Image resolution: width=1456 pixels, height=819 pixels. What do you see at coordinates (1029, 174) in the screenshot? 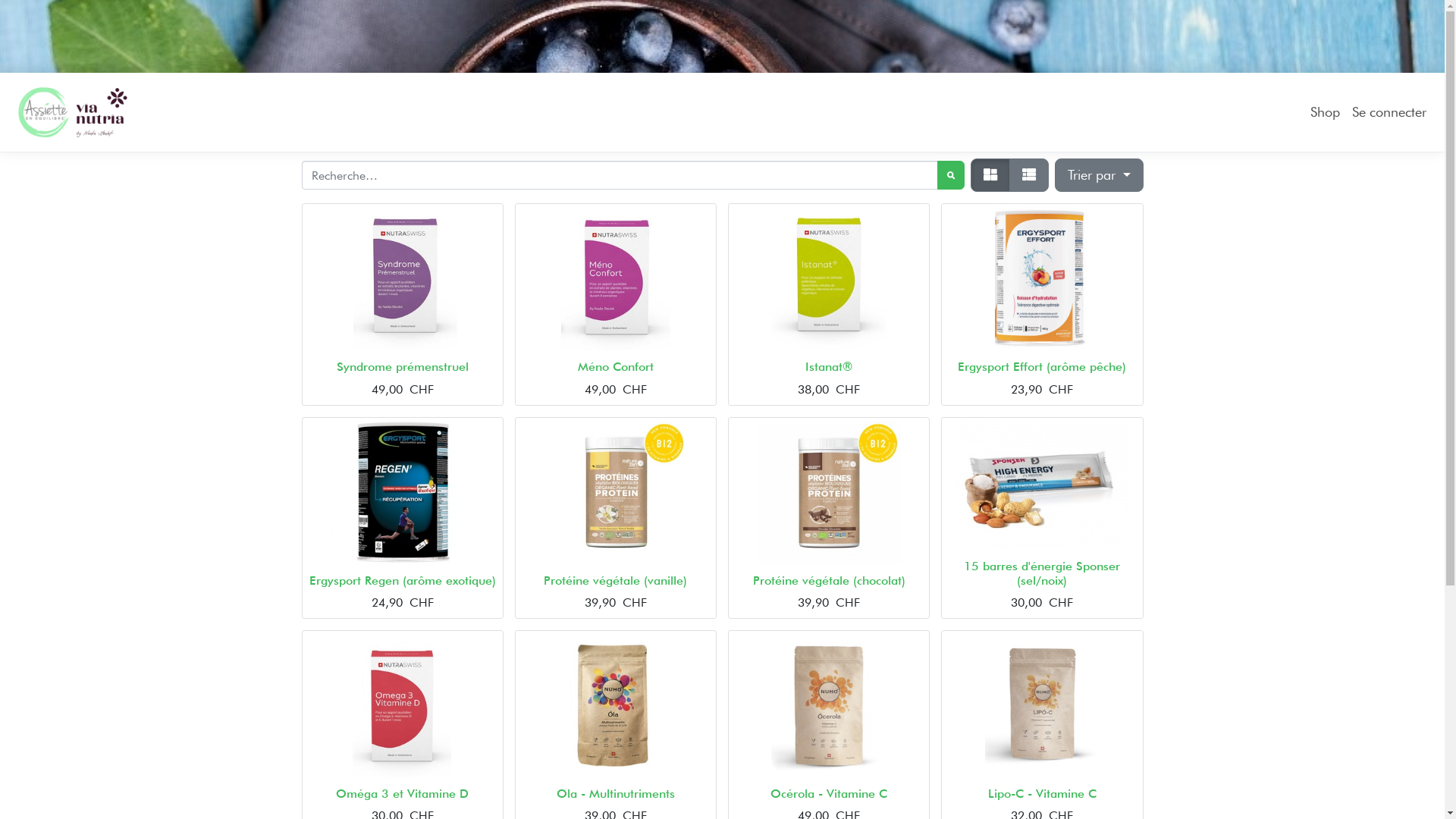
I see `'Liste'` at bounding box center [1029, 174].